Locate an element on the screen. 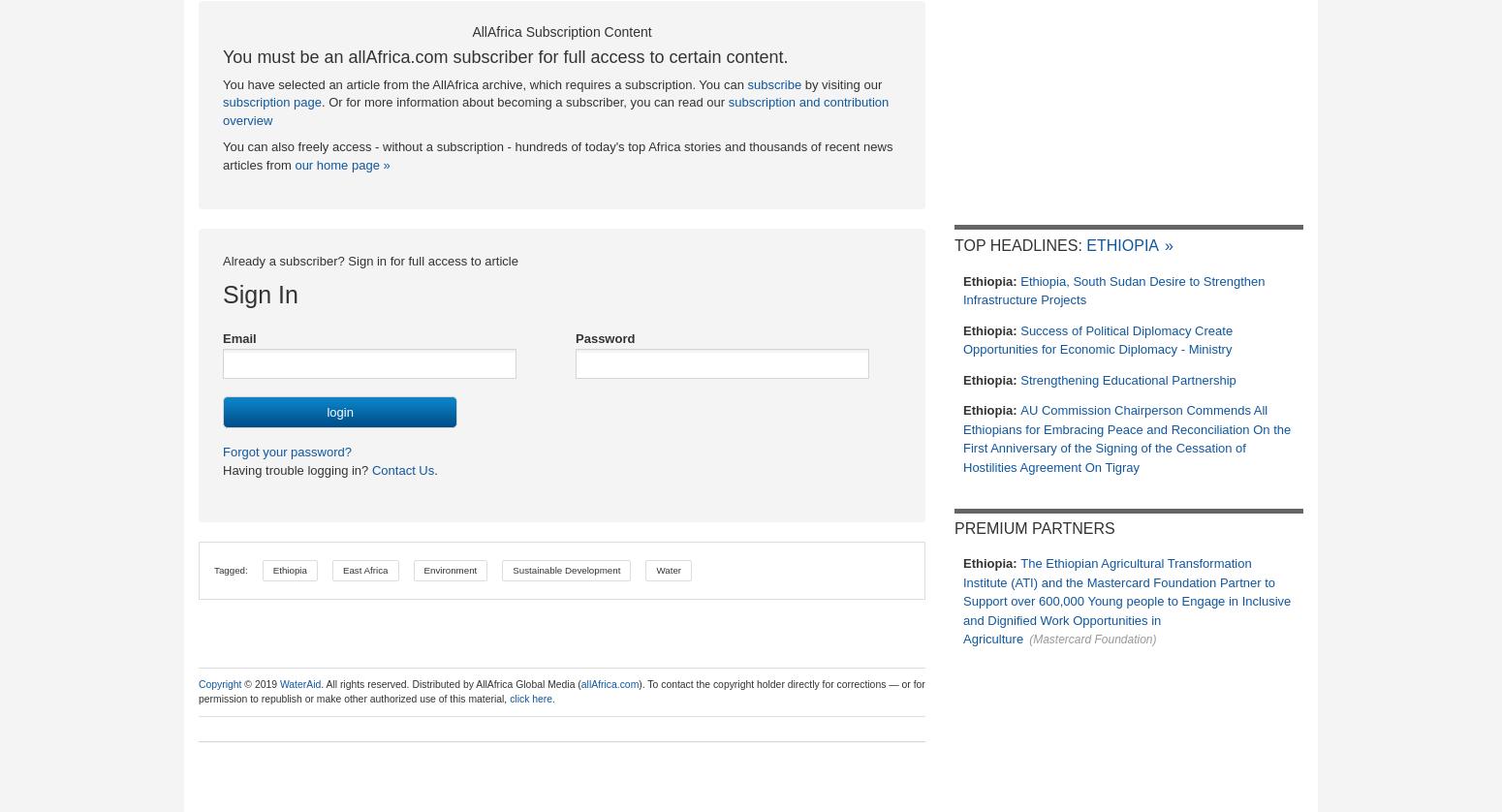 This screenshot has height=812, width=1502. 'click here.' is located at coordinates (532, 697).